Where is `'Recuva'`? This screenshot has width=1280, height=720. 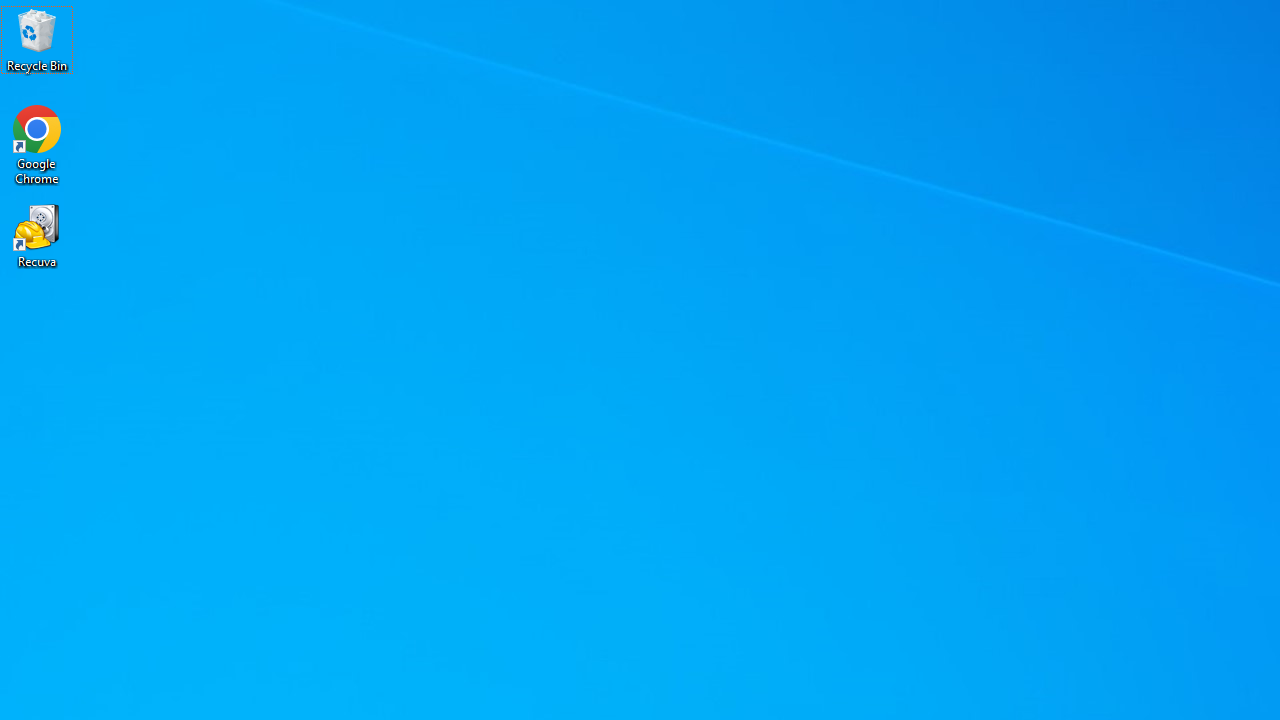 'Recuva' is located at coordinates (37, 234).